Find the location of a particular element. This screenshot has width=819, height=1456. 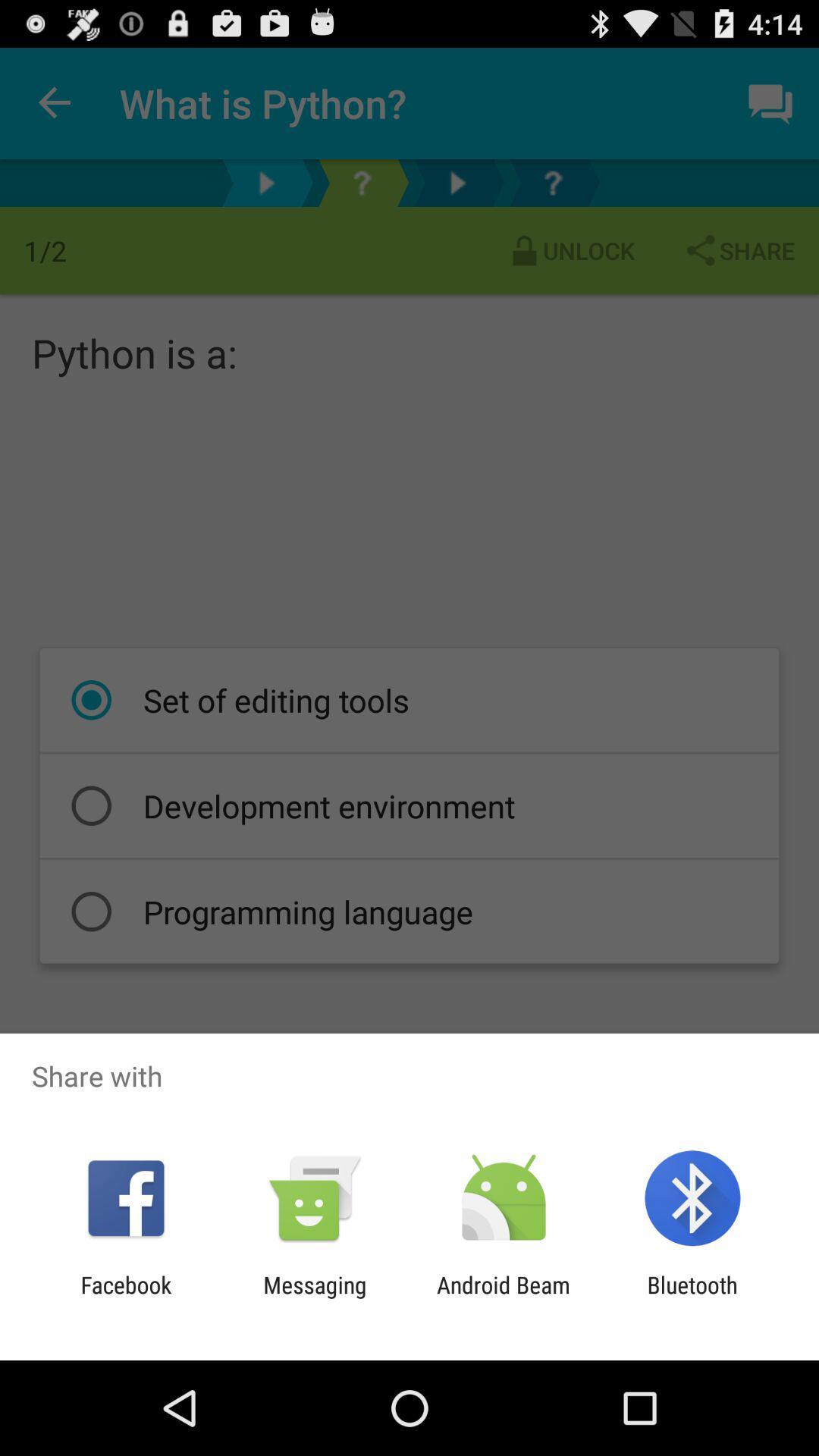

the bluetooth is located at coordinates (692, 1298).